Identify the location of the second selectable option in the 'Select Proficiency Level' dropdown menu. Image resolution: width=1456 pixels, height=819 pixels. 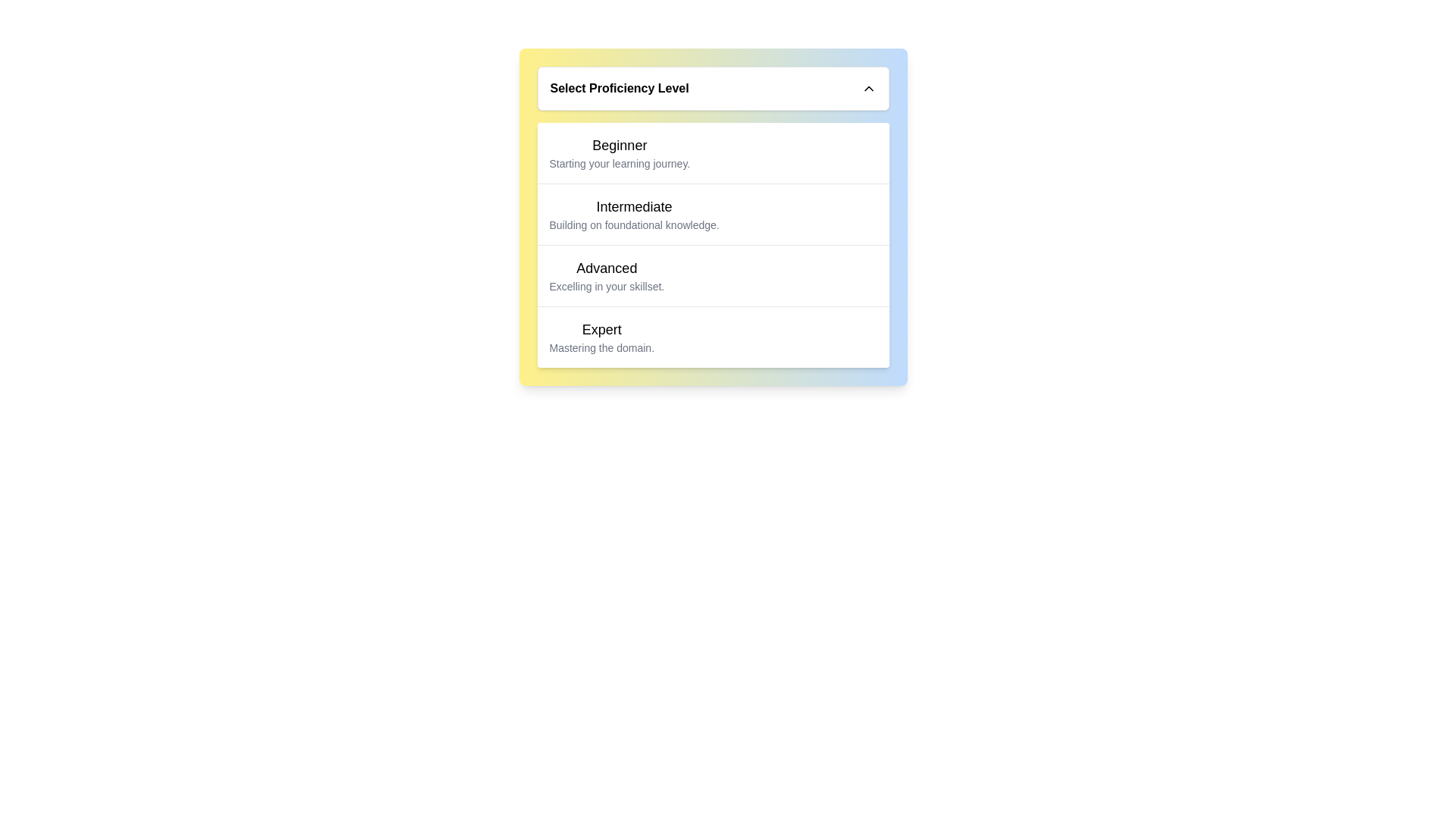
(634, 214).